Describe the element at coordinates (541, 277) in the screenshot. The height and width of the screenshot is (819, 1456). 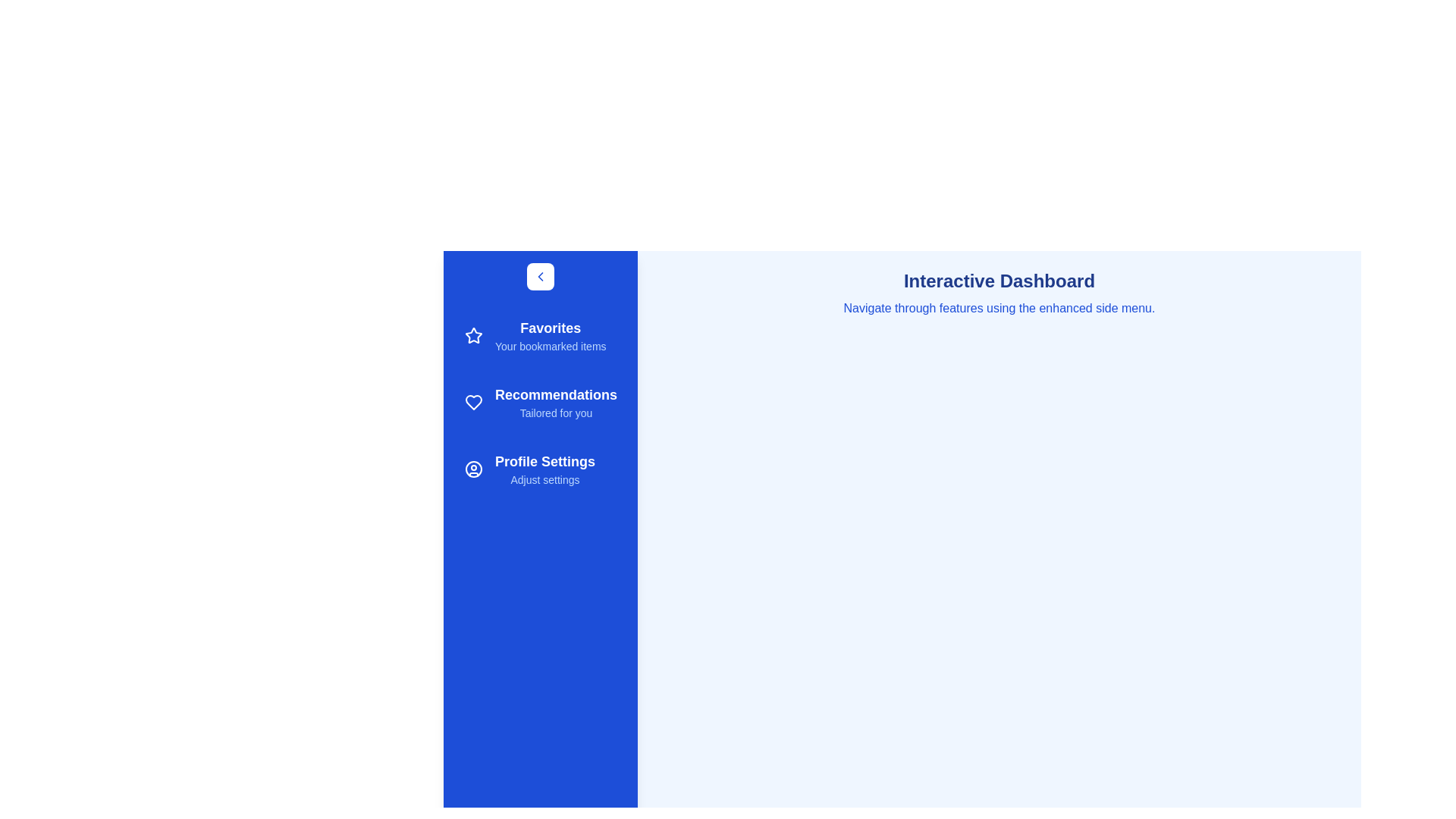
I see `toggle button to open or close the sidebar` at that location.